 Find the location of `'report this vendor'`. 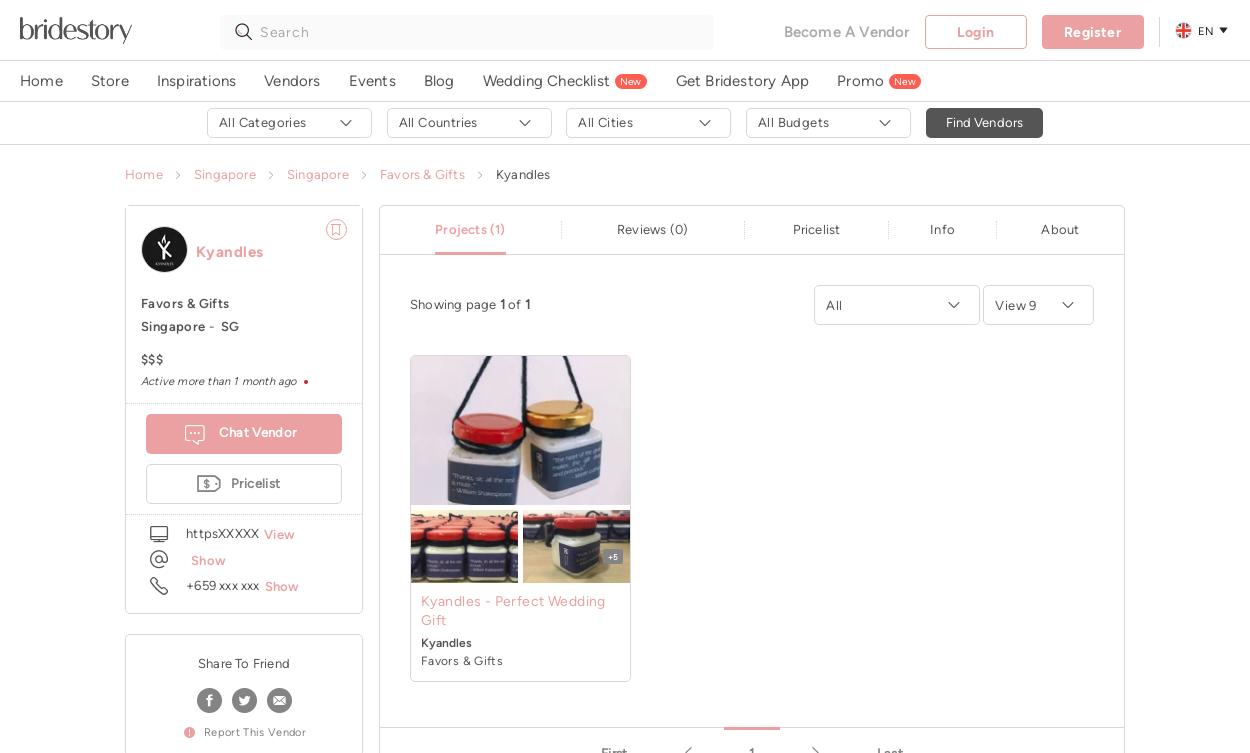

'report this vendor' is located at coordinates (203, 731).